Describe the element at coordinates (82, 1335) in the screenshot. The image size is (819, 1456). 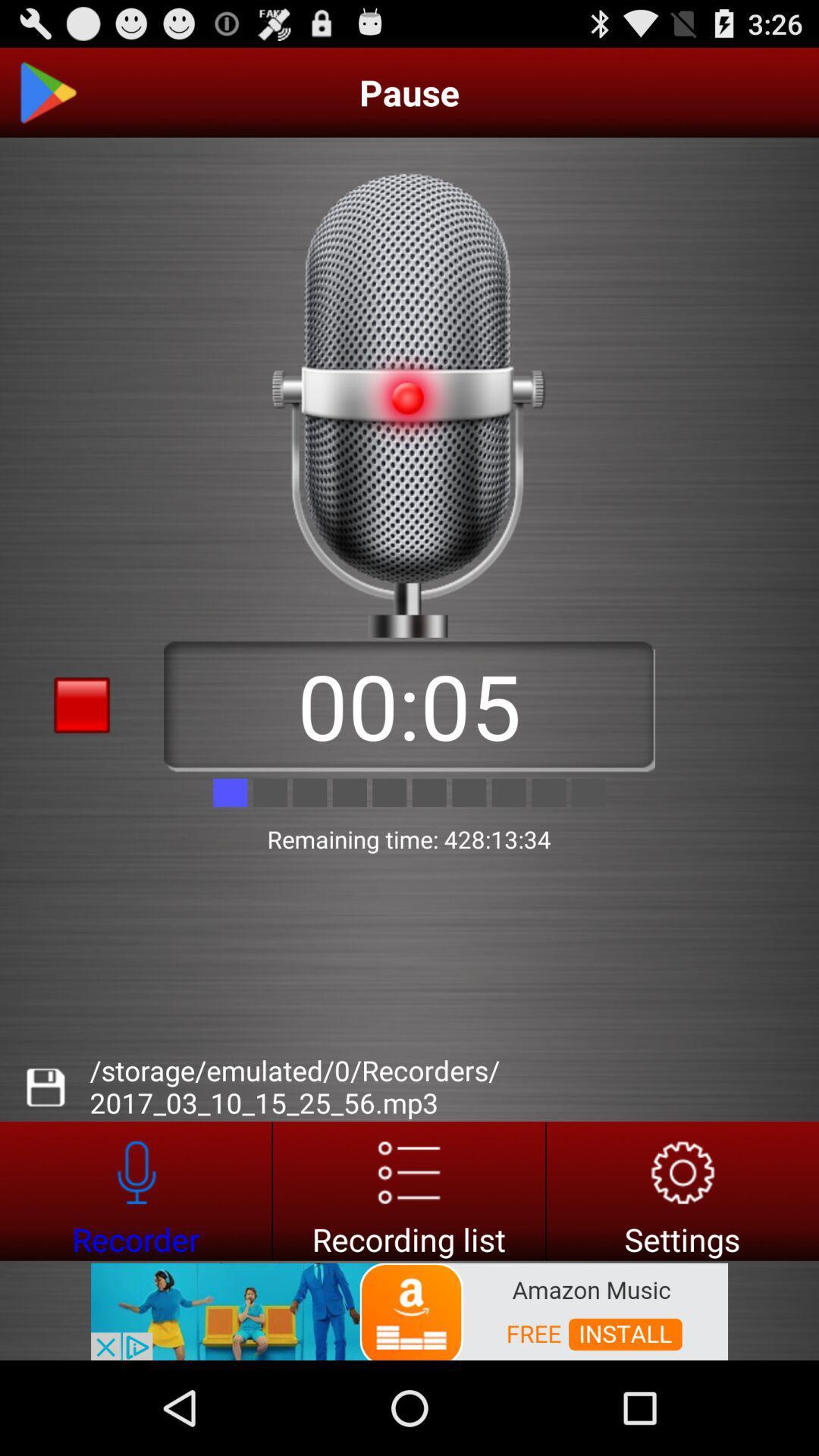
I see `advertisement banner` at that location.